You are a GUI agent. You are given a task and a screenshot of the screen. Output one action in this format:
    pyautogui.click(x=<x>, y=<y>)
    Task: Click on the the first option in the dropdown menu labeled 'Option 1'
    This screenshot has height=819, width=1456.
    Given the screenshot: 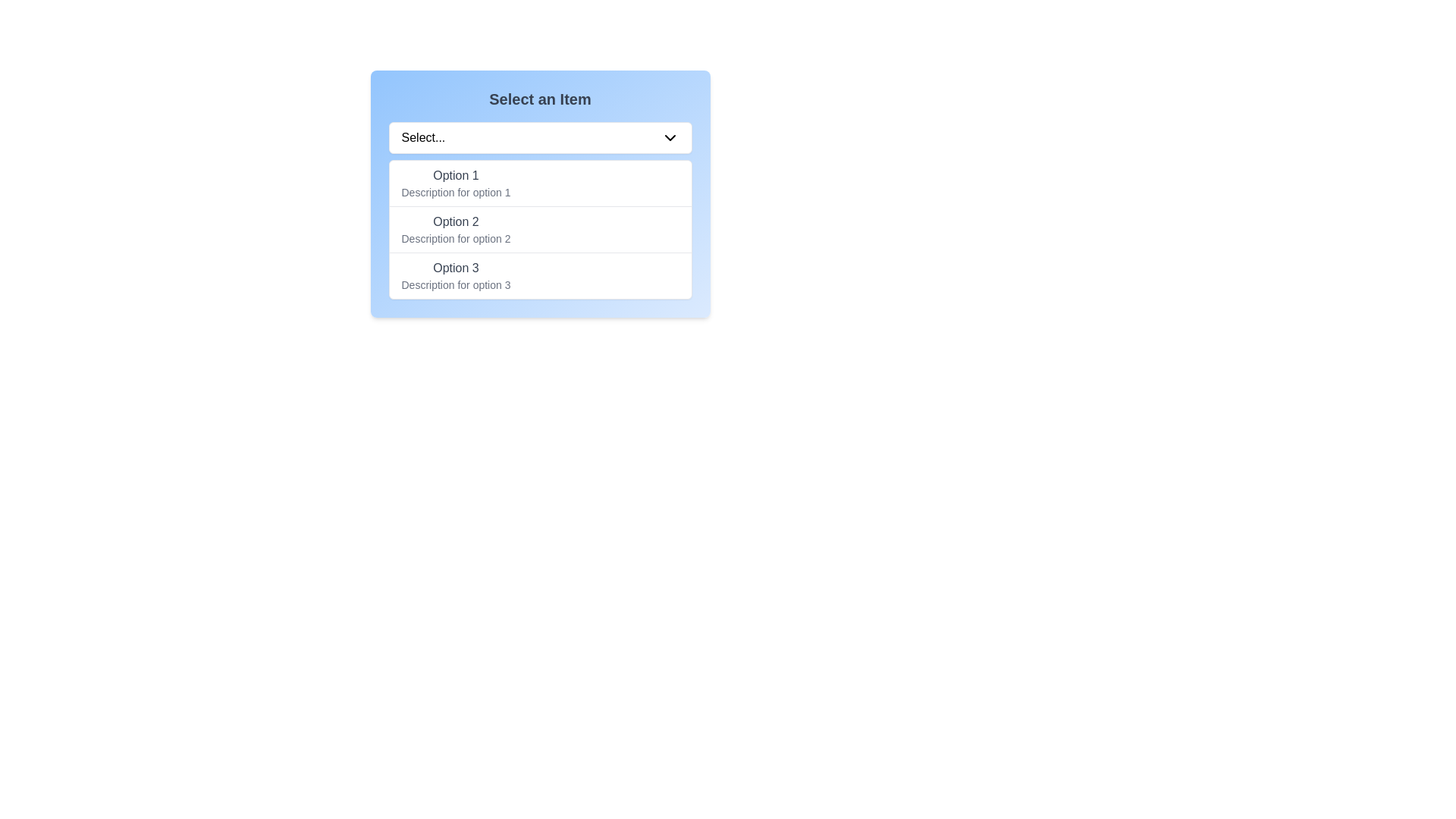 What is the action you would take?
    pyautogui.click(x=455, y=183)
    